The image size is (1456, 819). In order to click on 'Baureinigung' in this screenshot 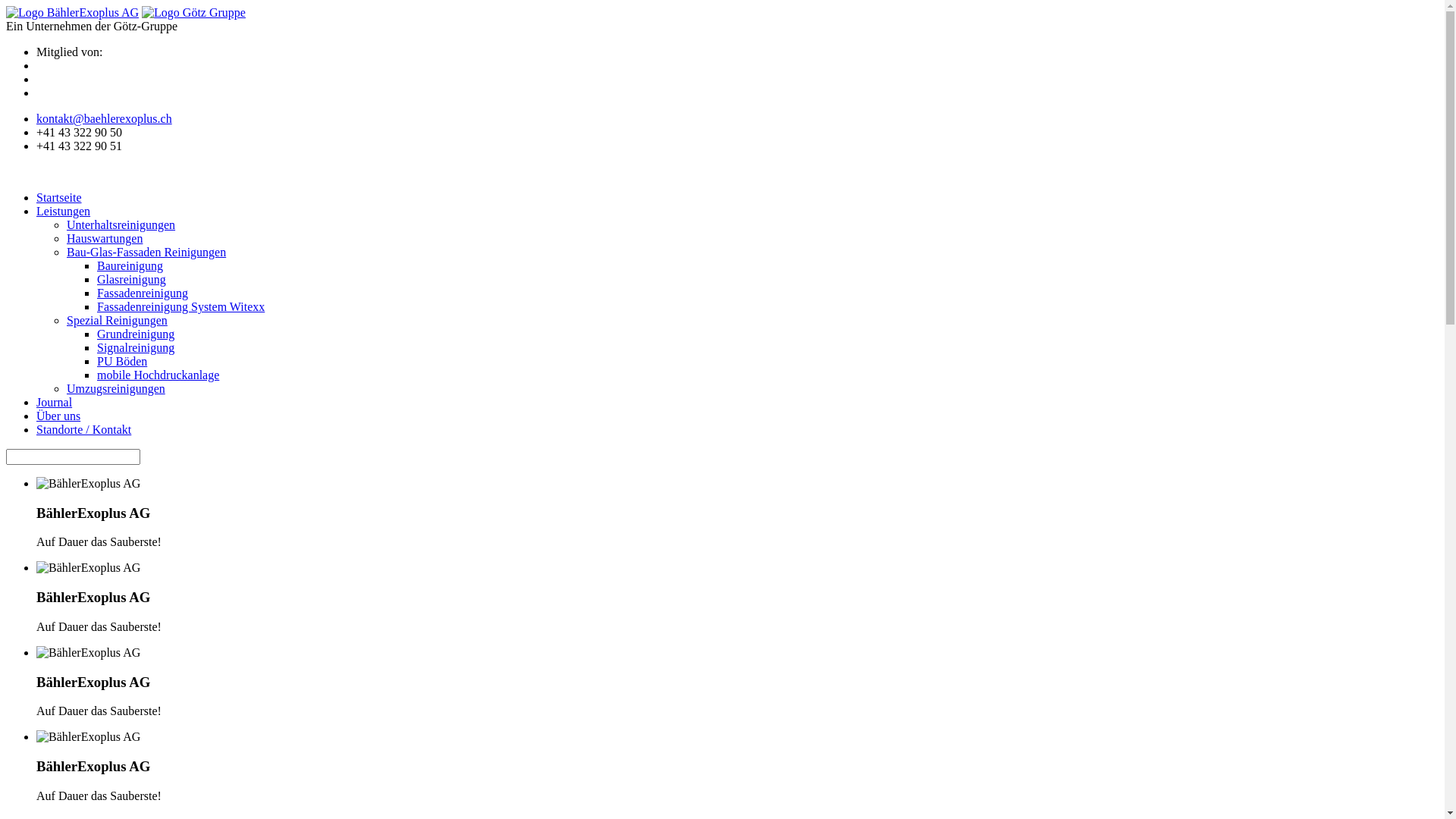, I will do `click(130, 265)`.